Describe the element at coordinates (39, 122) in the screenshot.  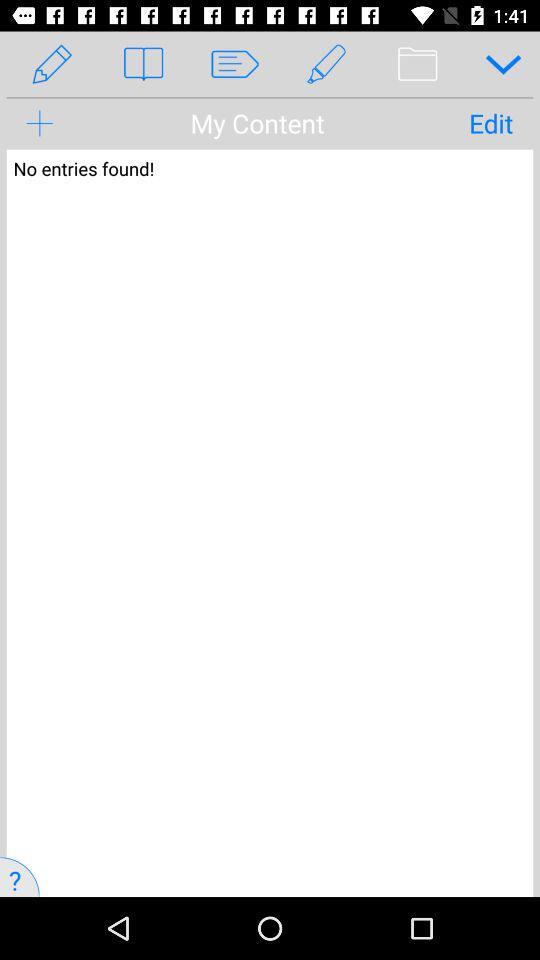
I see `the add icon` at that location.